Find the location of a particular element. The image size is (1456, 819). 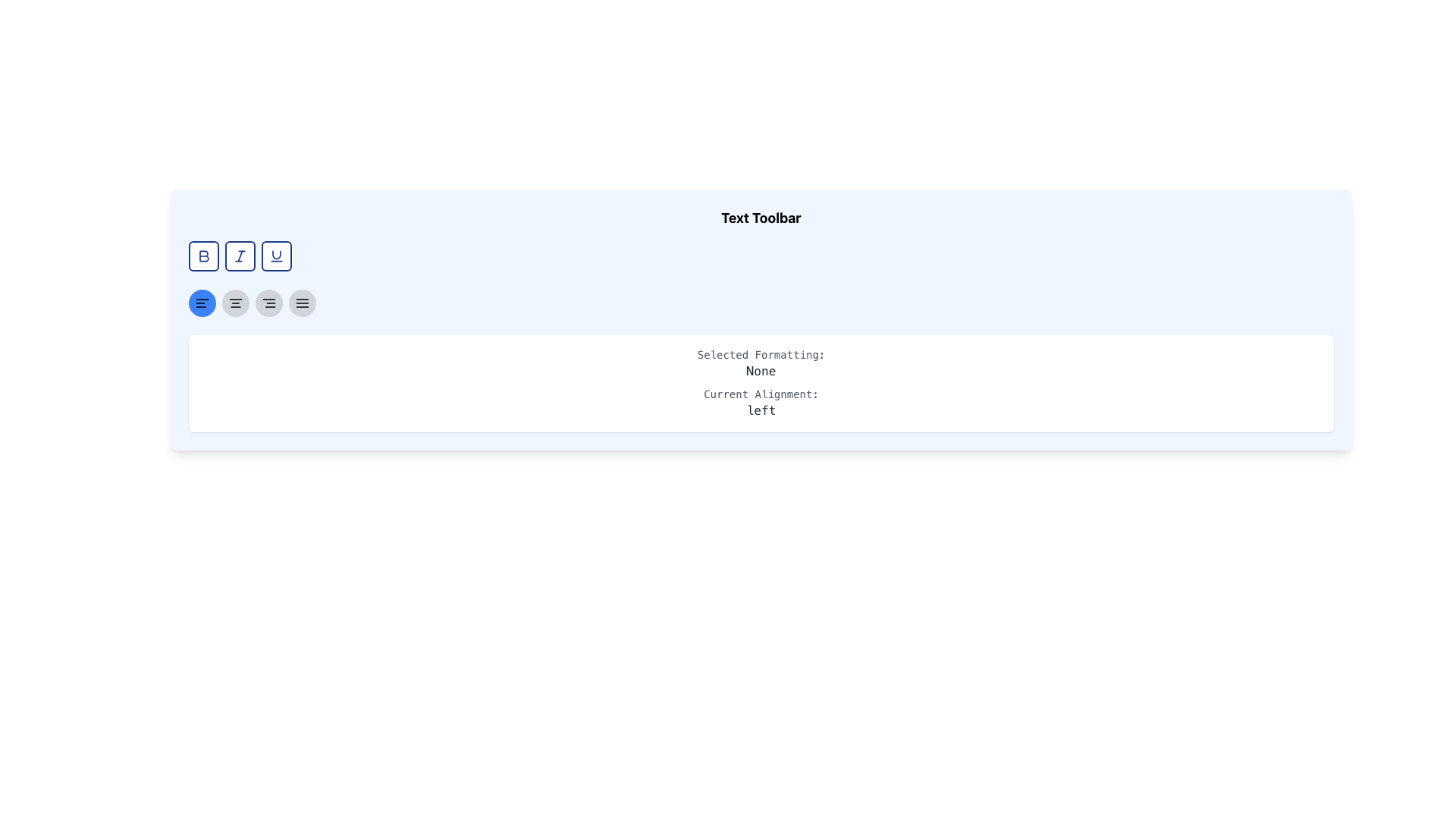

the first alignment button located below the text styling buttons in the toolbar to align text to the left is located at coordinates (202, 303).